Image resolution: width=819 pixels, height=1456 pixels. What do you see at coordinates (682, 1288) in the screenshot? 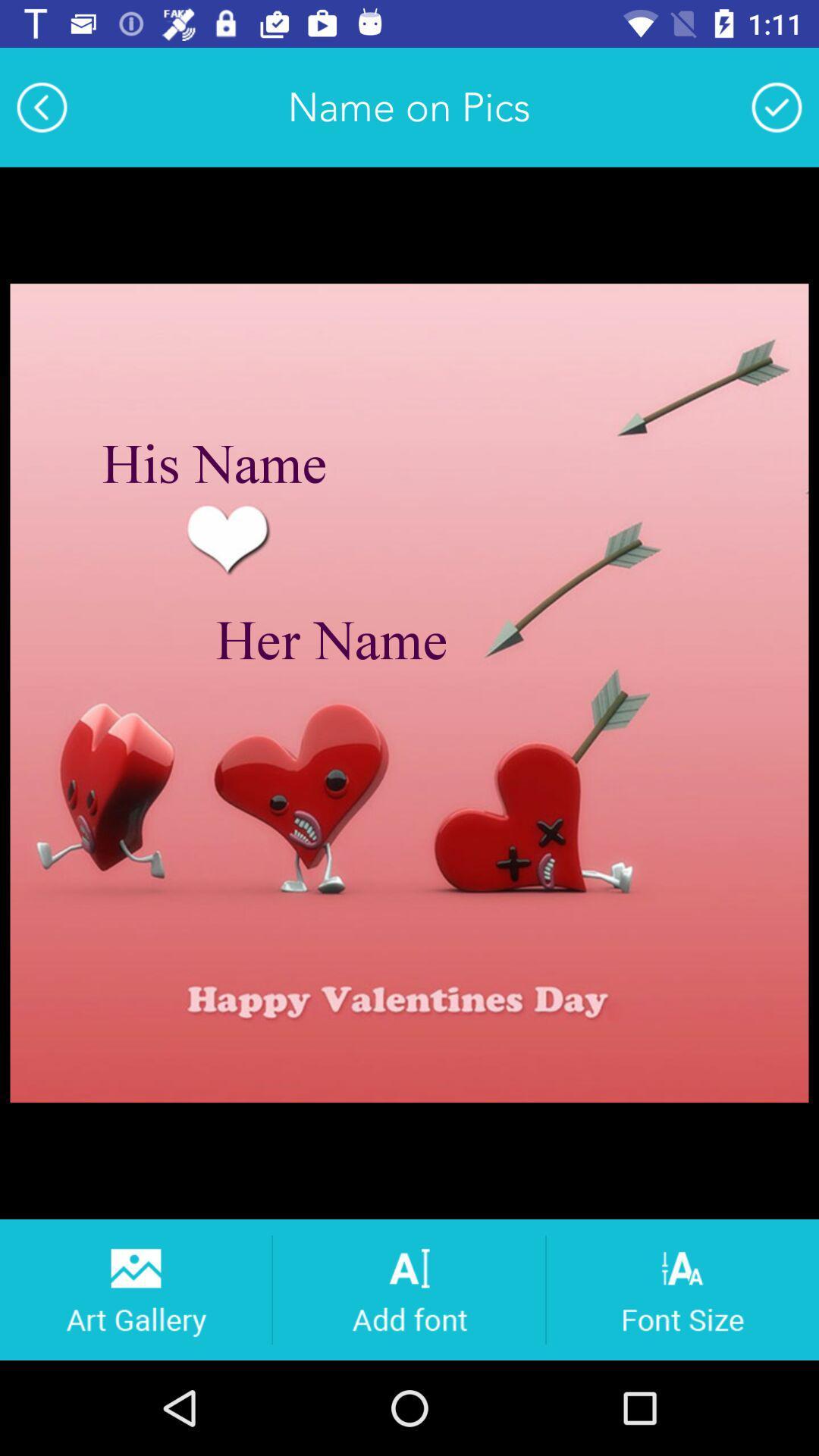
I see `open font size menu` at bounding box center [682, 1288].